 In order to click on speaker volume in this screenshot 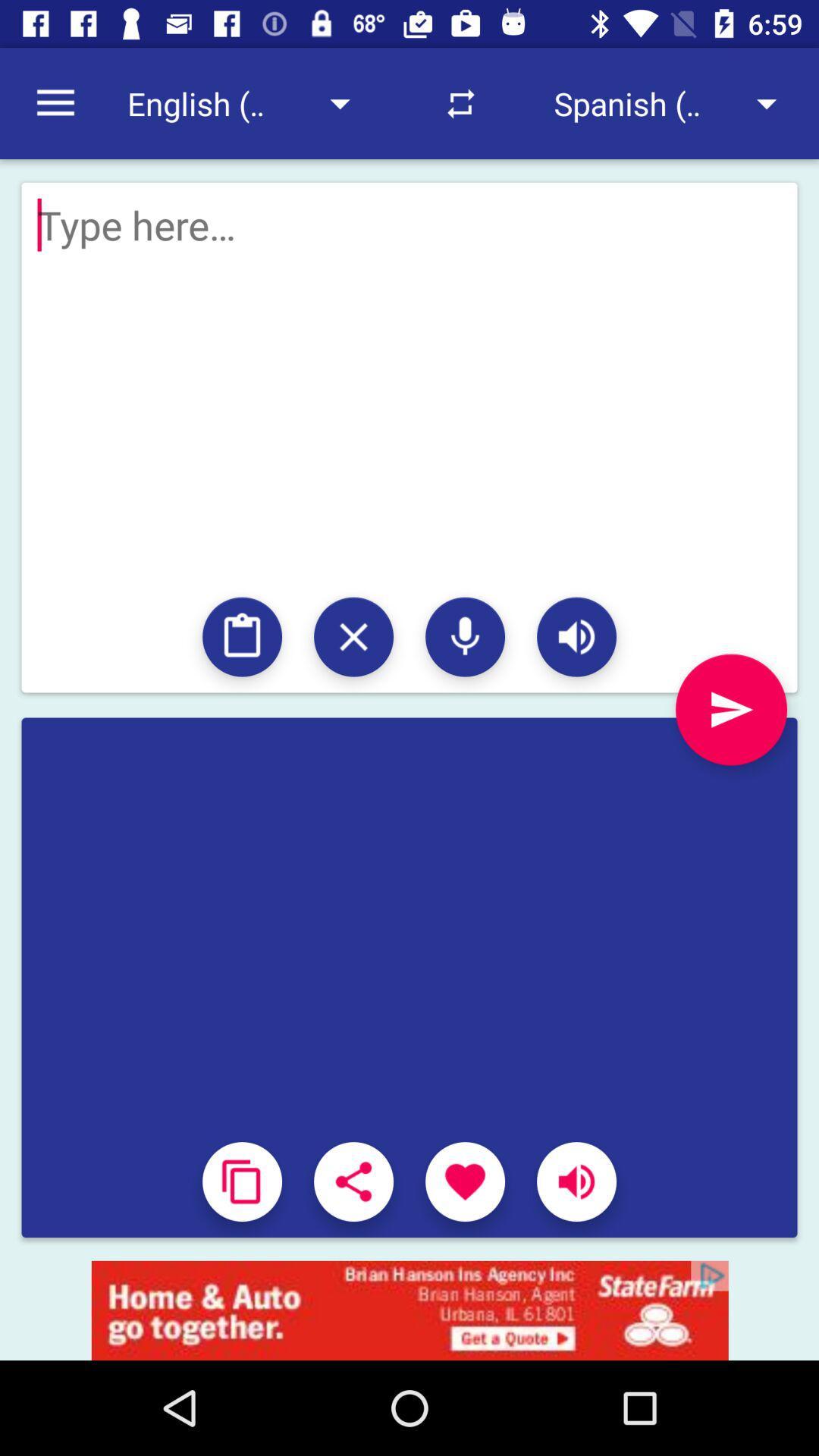, I will do `click(576, 637)`.